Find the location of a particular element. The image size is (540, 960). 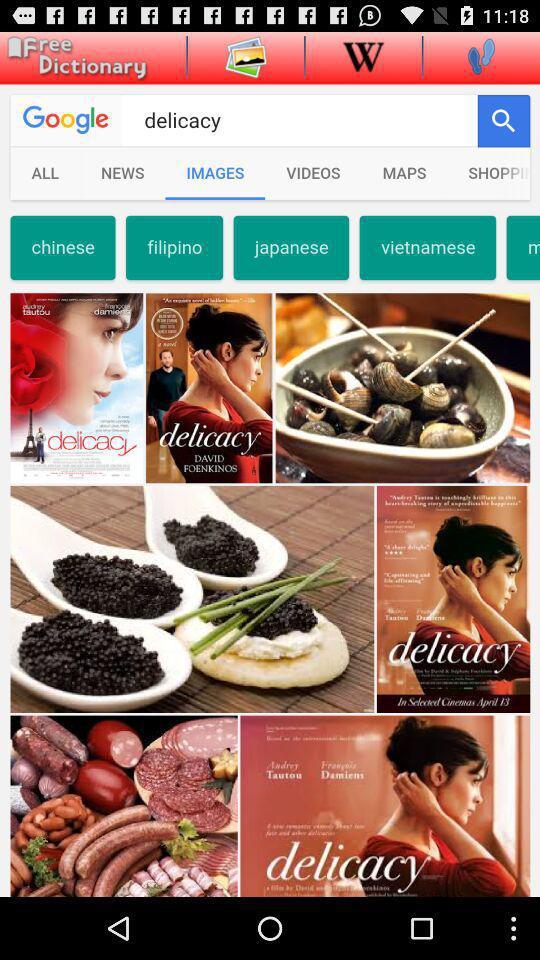

image menu is located at coordinates (246, 55).